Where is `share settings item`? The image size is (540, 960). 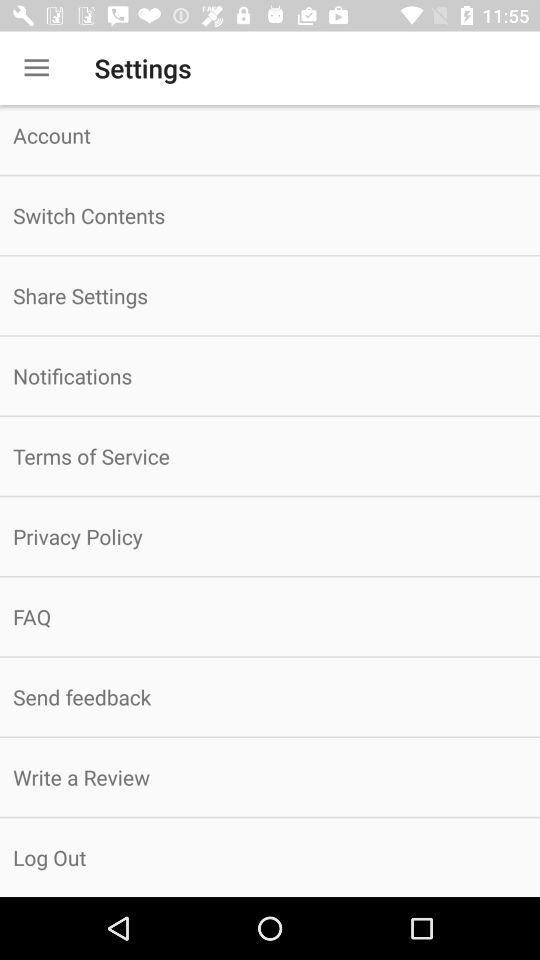
share settings item is located at coordinates (270, 294).